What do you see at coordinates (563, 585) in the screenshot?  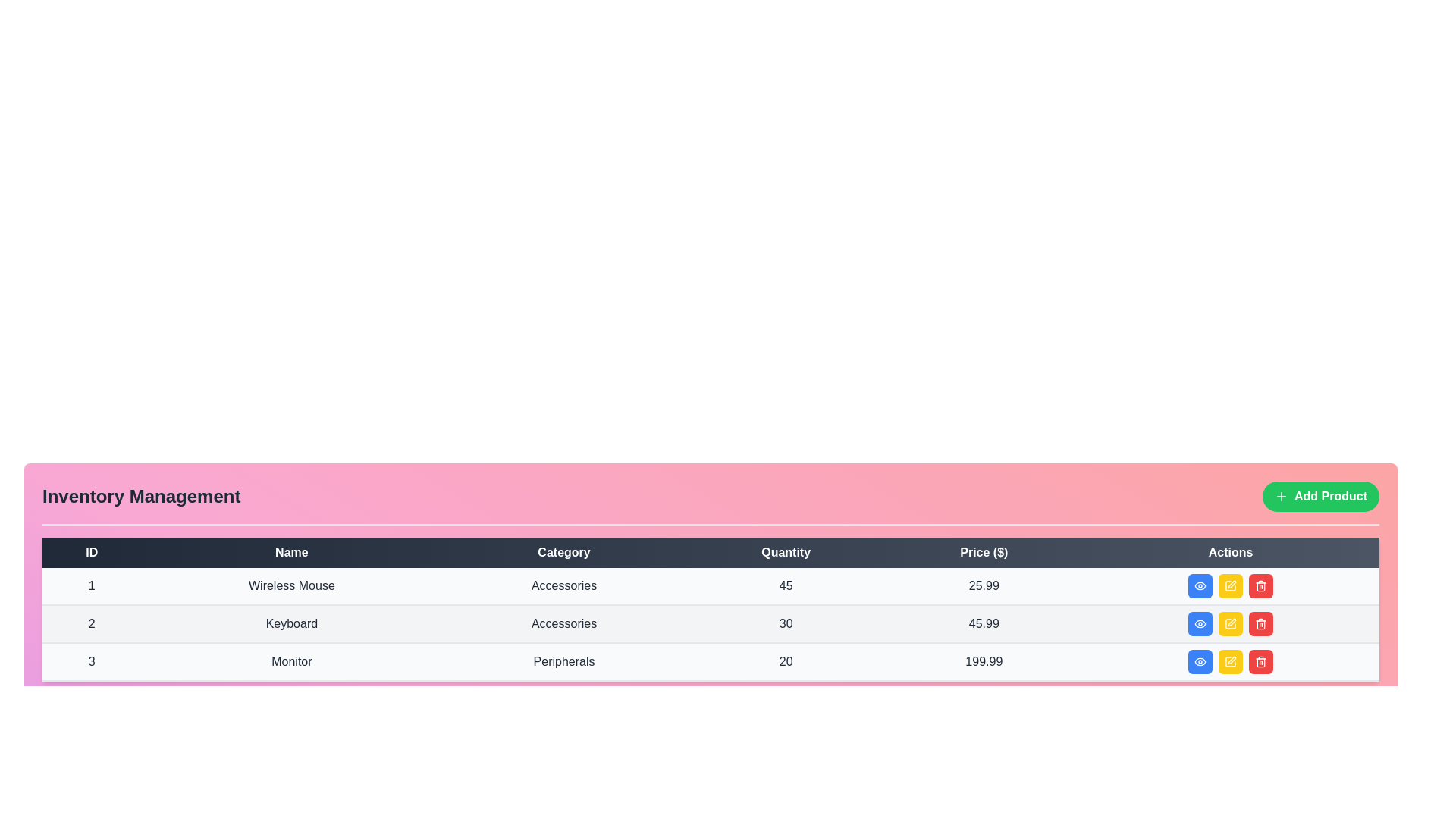 I see `the static text element displaying 'Accessories' in the first row and third column of the inventory table` at bounding box center [563, 585].